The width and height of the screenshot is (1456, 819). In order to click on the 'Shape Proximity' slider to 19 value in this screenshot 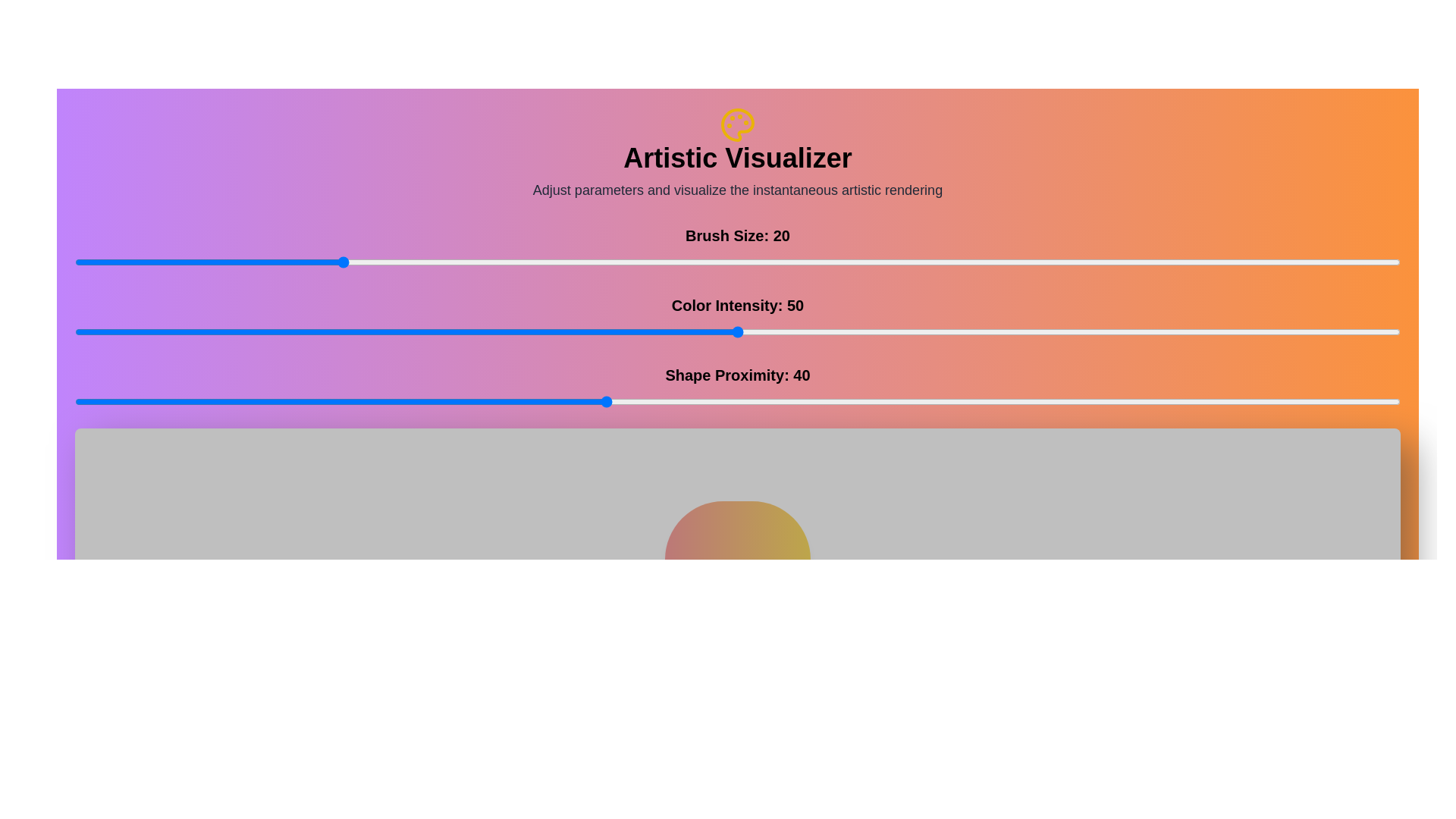, I will do `click(326, 400)`.